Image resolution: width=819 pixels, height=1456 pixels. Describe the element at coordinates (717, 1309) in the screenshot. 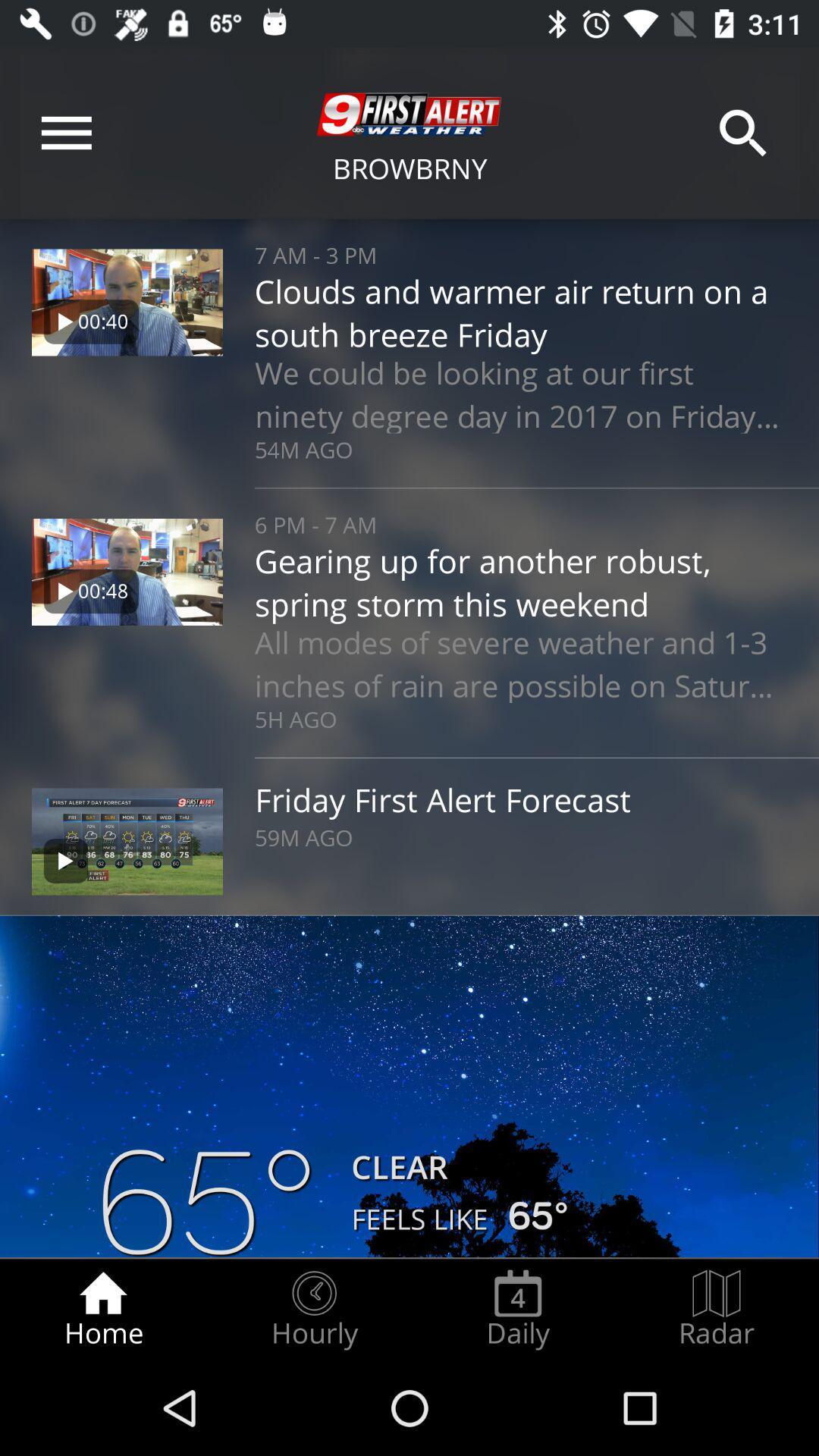

I see `radio button at the bottom right corner` at that location.